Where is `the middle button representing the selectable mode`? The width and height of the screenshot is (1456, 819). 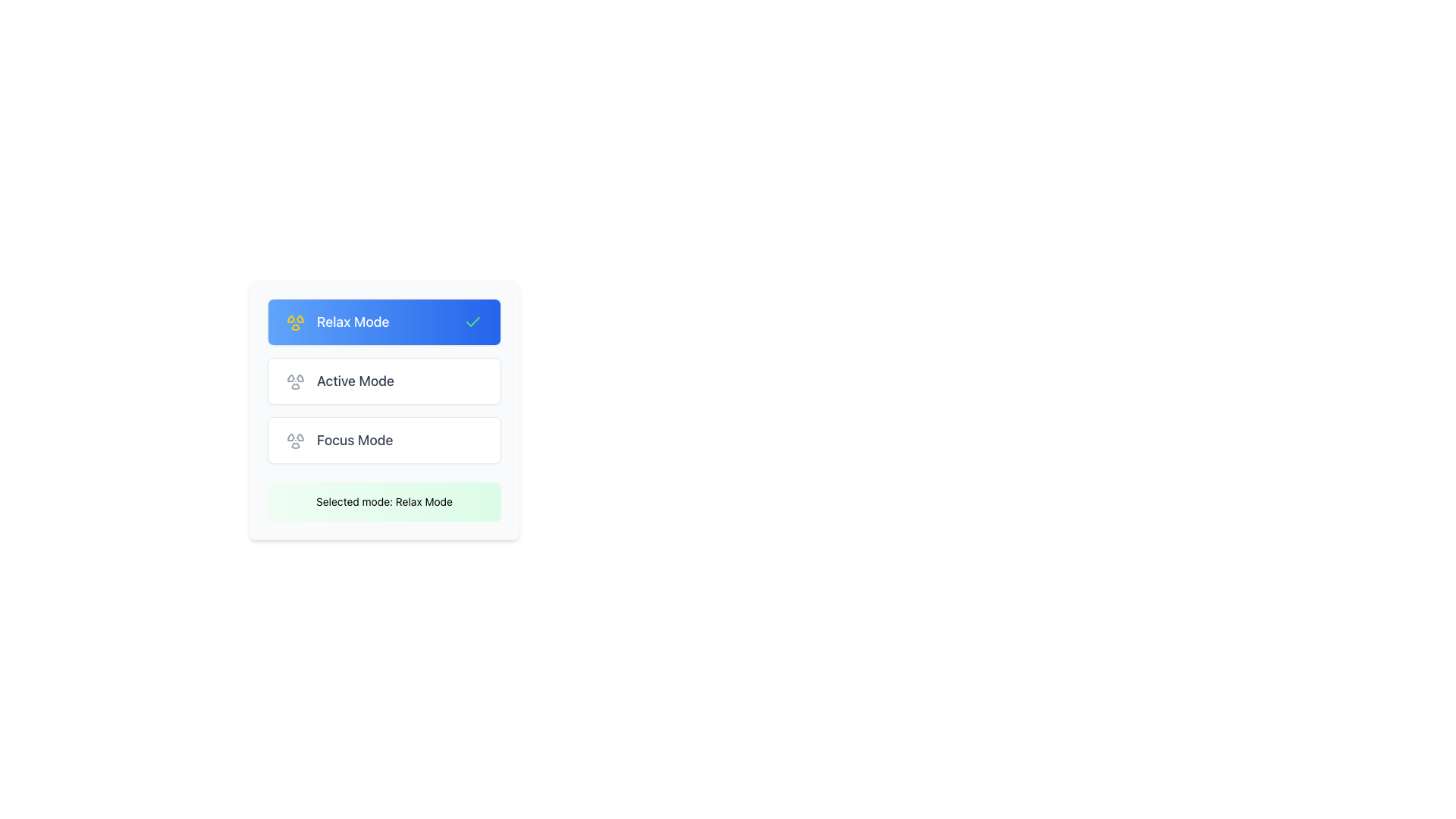
the middle button representing the selectable mode is located at coordinates (384, 380).